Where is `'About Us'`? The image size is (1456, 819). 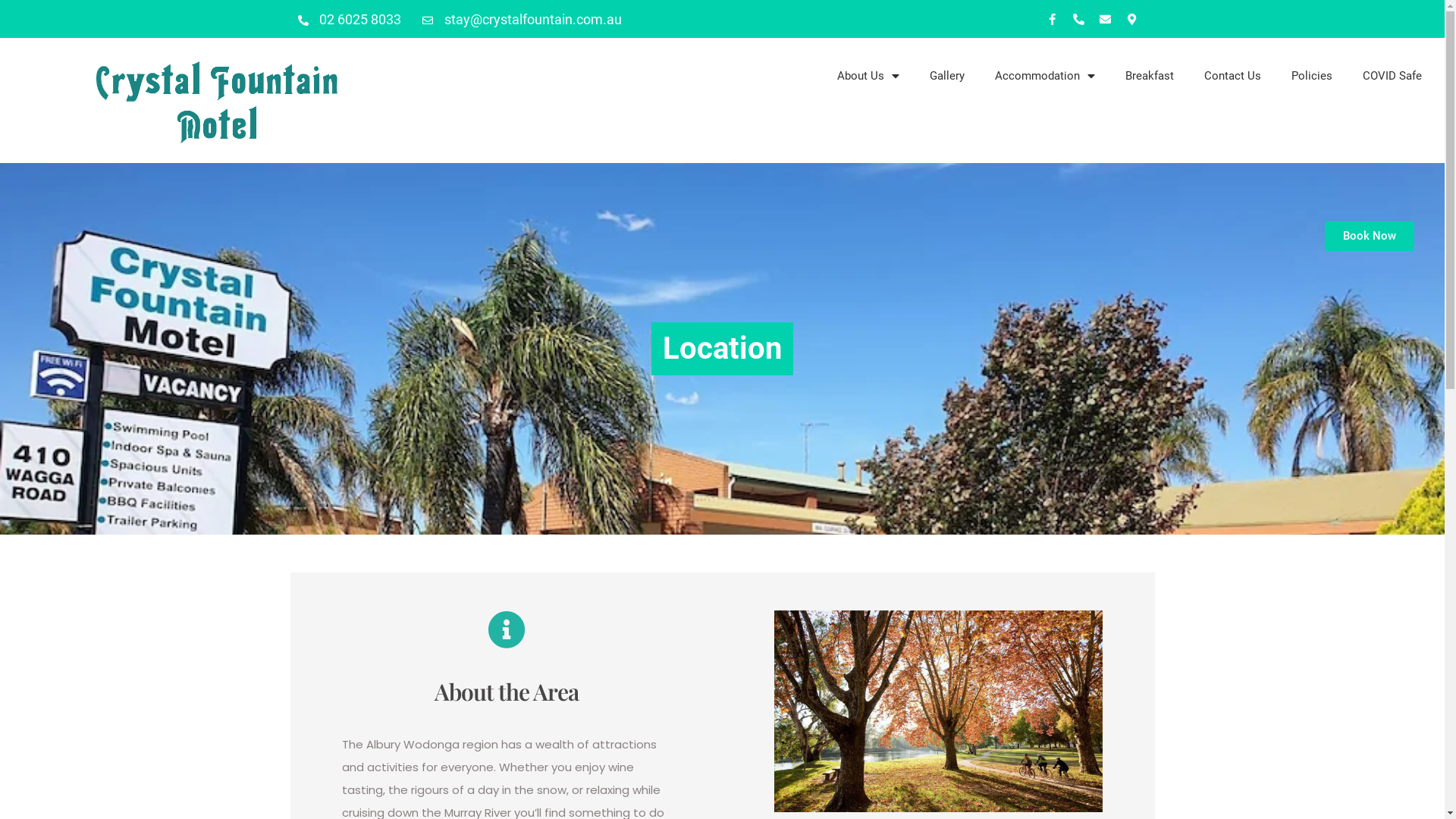 'About Us' is located at coordinates (868, 76).